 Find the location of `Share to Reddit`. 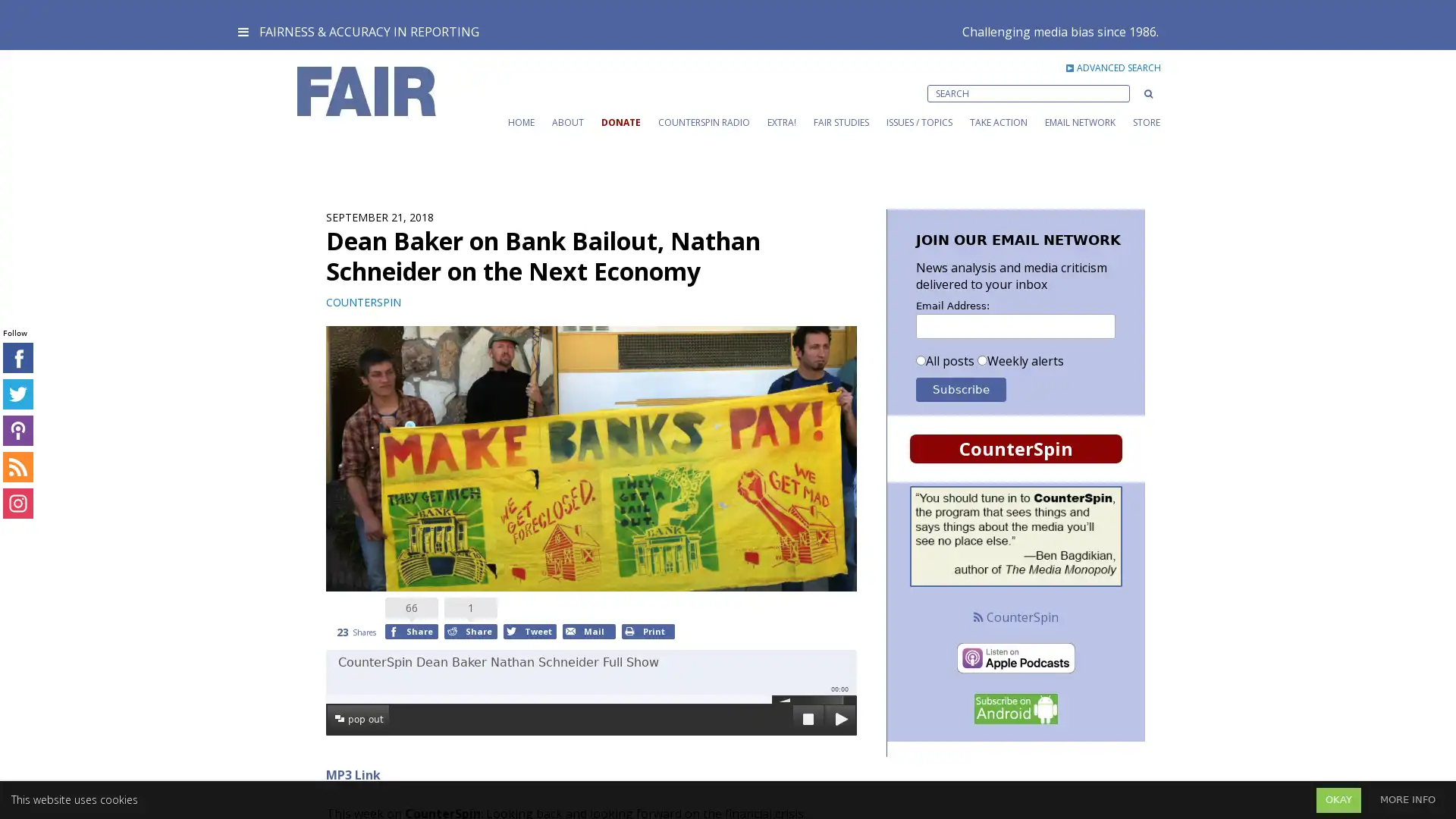

Share to Reddit is located at coordinates (469, 607).